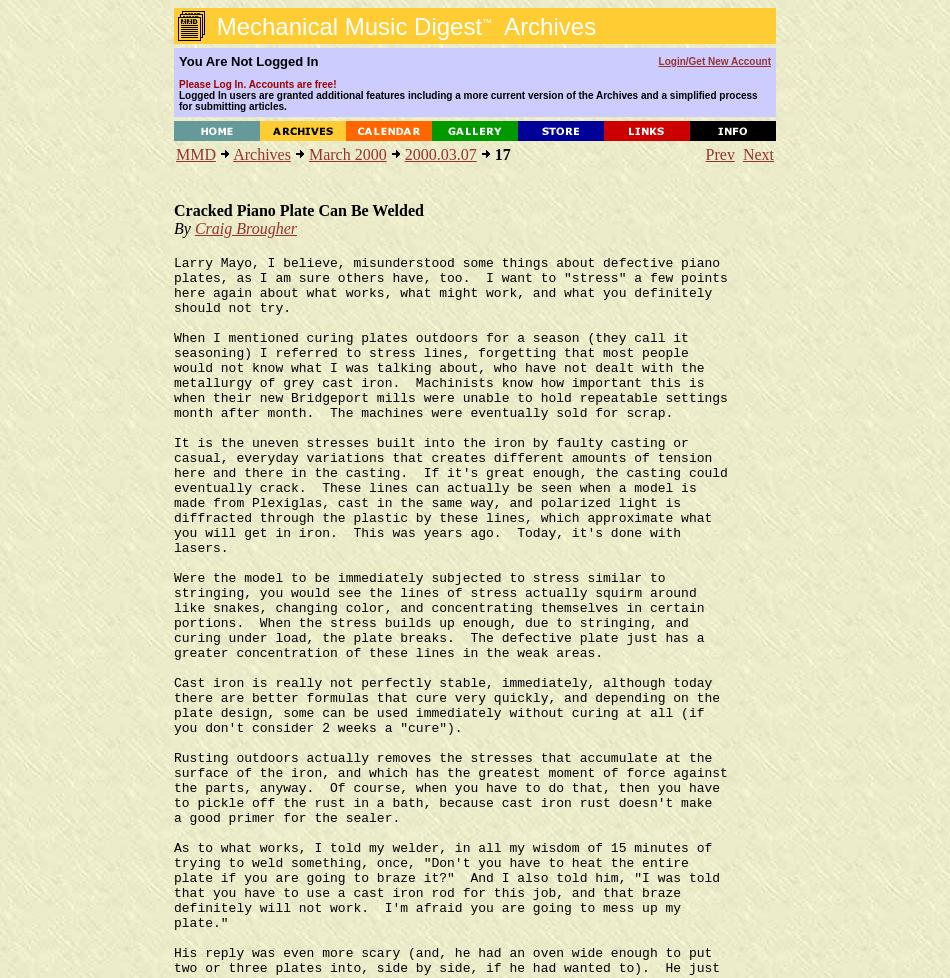 This screenshot has width=950, height=978. What do you see at coordinates (466, 101) in the screenshot?
I see `'Logged In users are granted additional features including a more current version of the Archives and a simplified process for submitting articles.'` at bounding box center [466, 101].